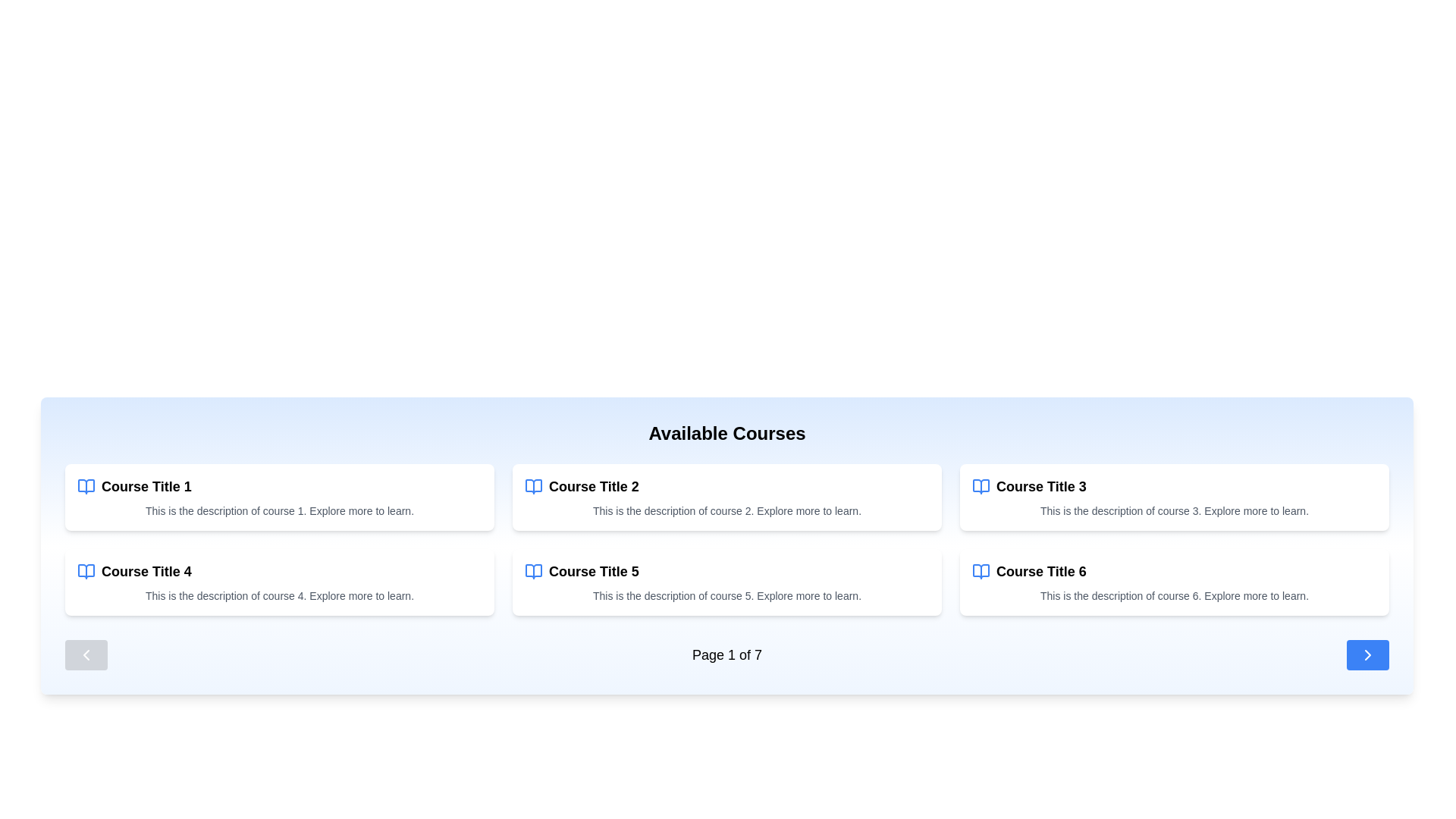  Describe the element at coordinates (726, 595) in the screenshot. I see `text content of the descriptive text label located beneath 'Course Title 5' in the second row and second column of the grid layout` at that location.